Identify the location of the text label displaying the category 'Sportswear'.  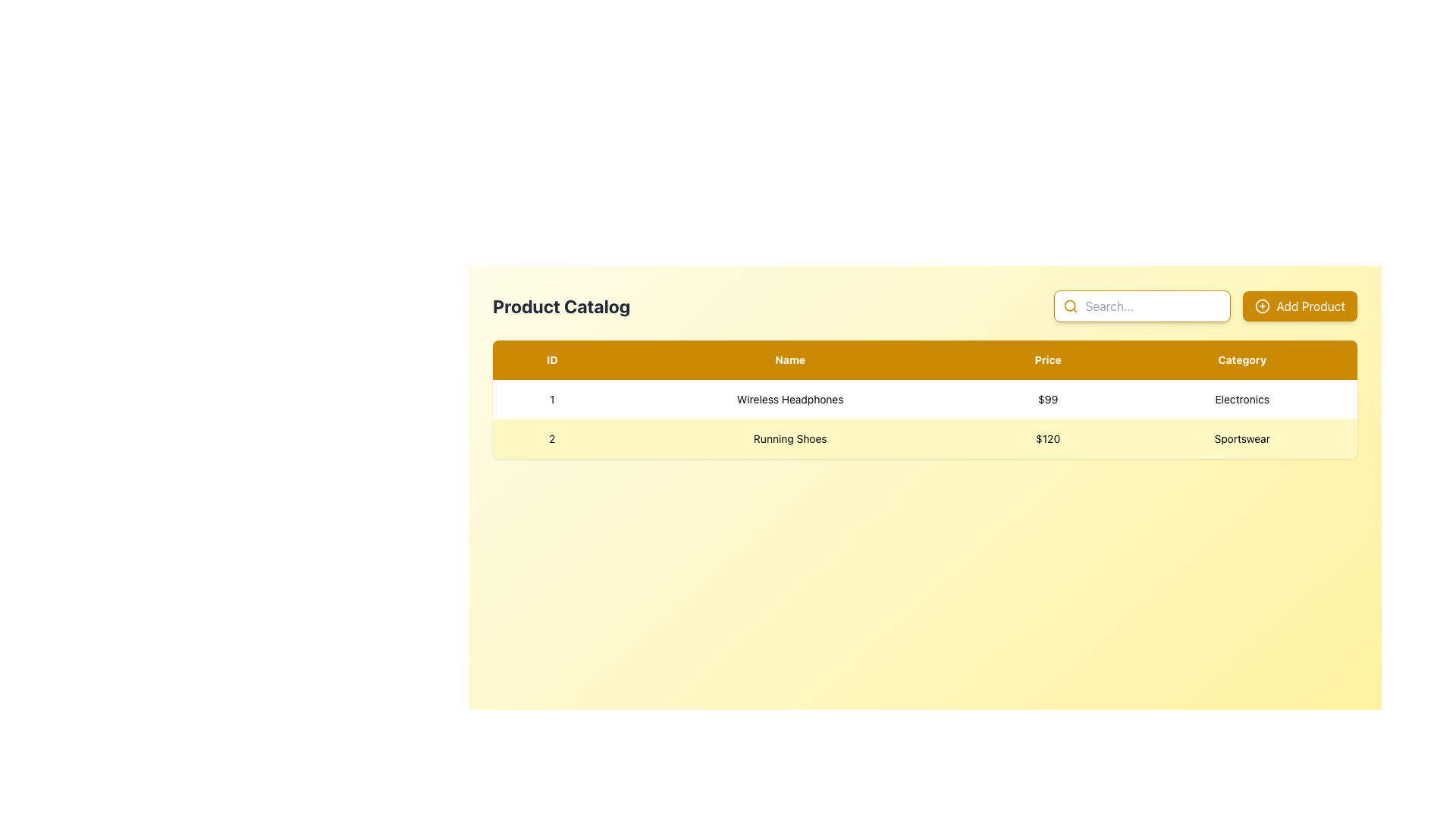
(1241, 438).